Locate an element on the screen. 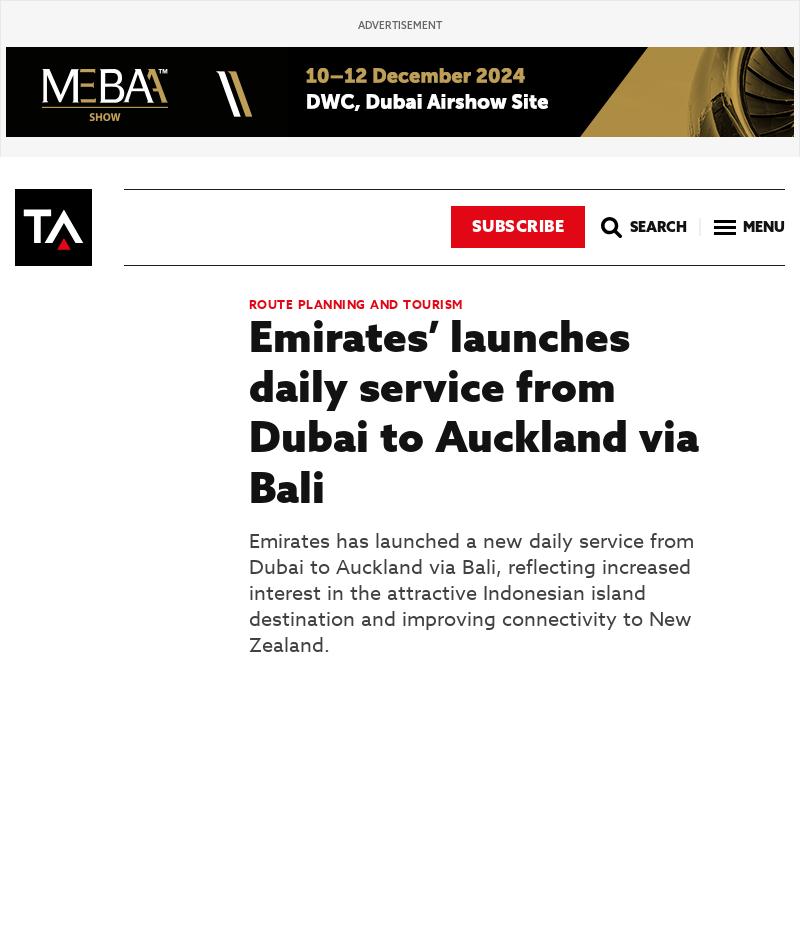 The width and height of the screenshot is (800, 930). 'Most viewed' is located at coordinates (14, 151).